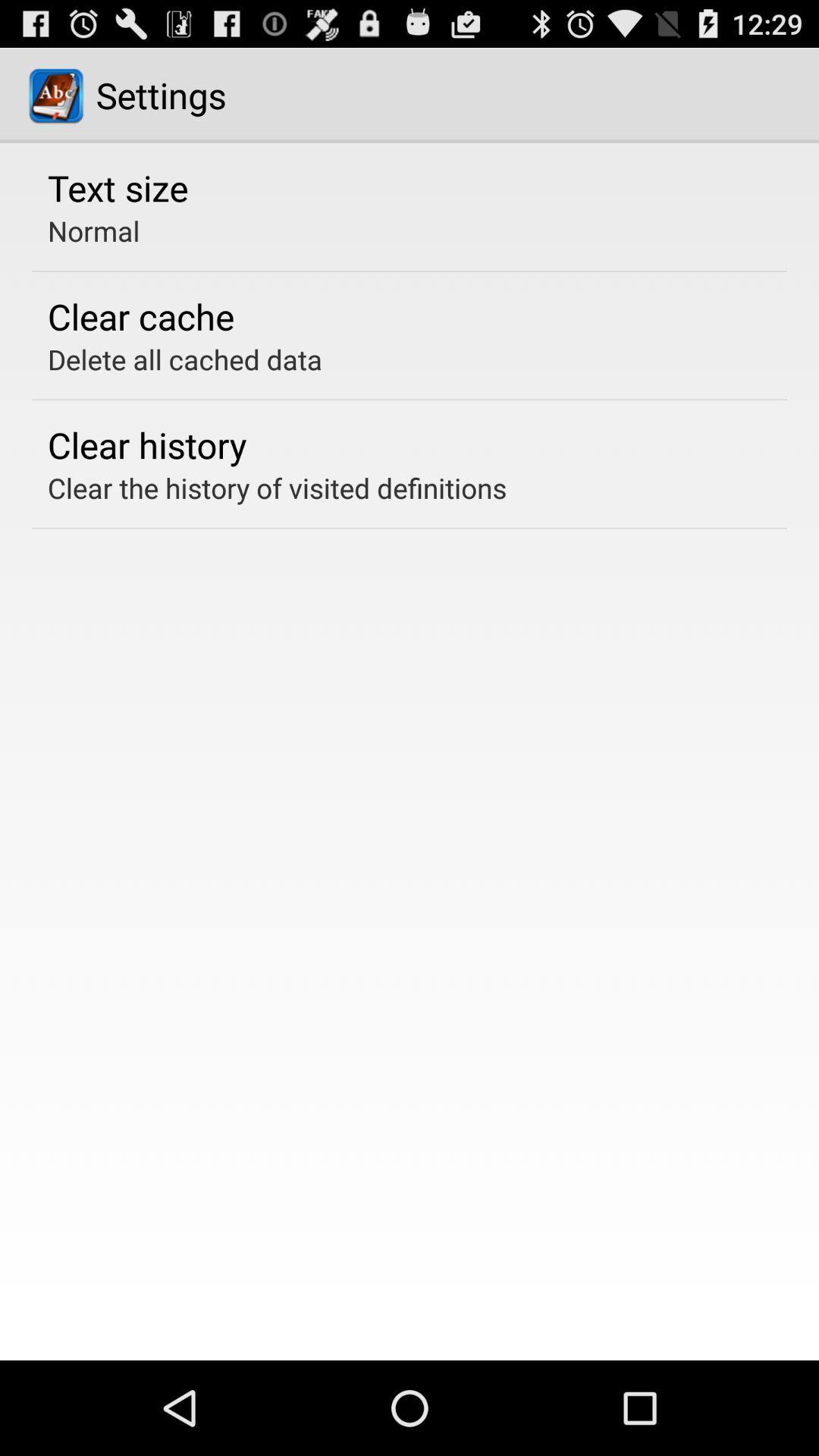 The width and height of the screenshot is (819, 1456). Describe the element at coordinates (140, 315) in the screenshot. I see `clear cache` at that location.